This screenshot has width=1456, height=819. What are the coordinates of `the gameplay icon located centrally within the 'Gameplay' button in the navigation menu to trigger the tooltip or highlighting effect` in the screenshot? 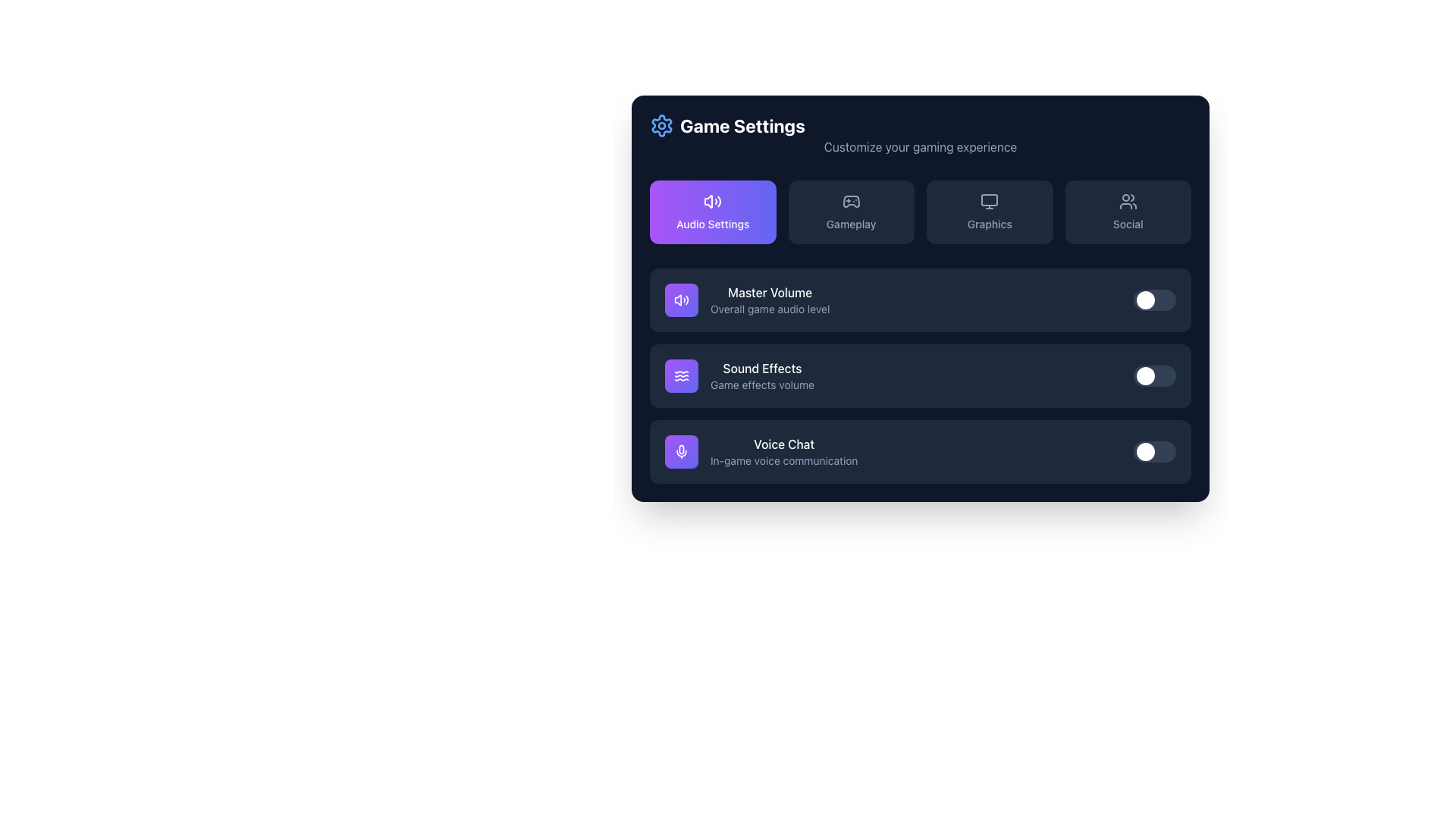 It's located at (851, 201).